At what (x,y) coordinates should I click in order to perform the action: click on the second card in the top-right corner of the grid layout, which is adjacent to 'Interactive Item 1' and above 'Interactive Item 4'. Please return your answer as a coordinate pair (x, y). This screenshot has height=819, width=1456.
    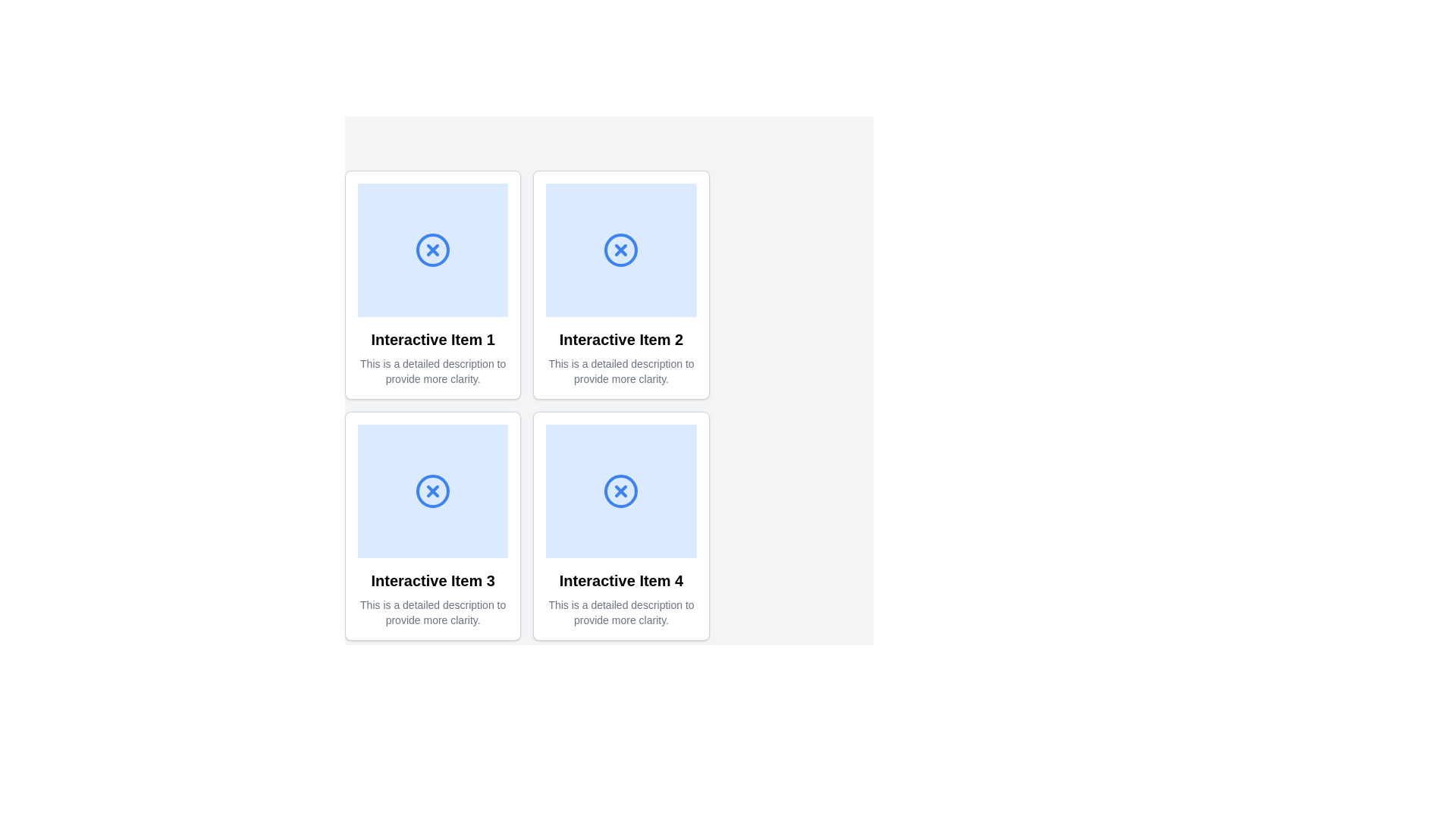
    Looking at the image, I should click on (621, 284).